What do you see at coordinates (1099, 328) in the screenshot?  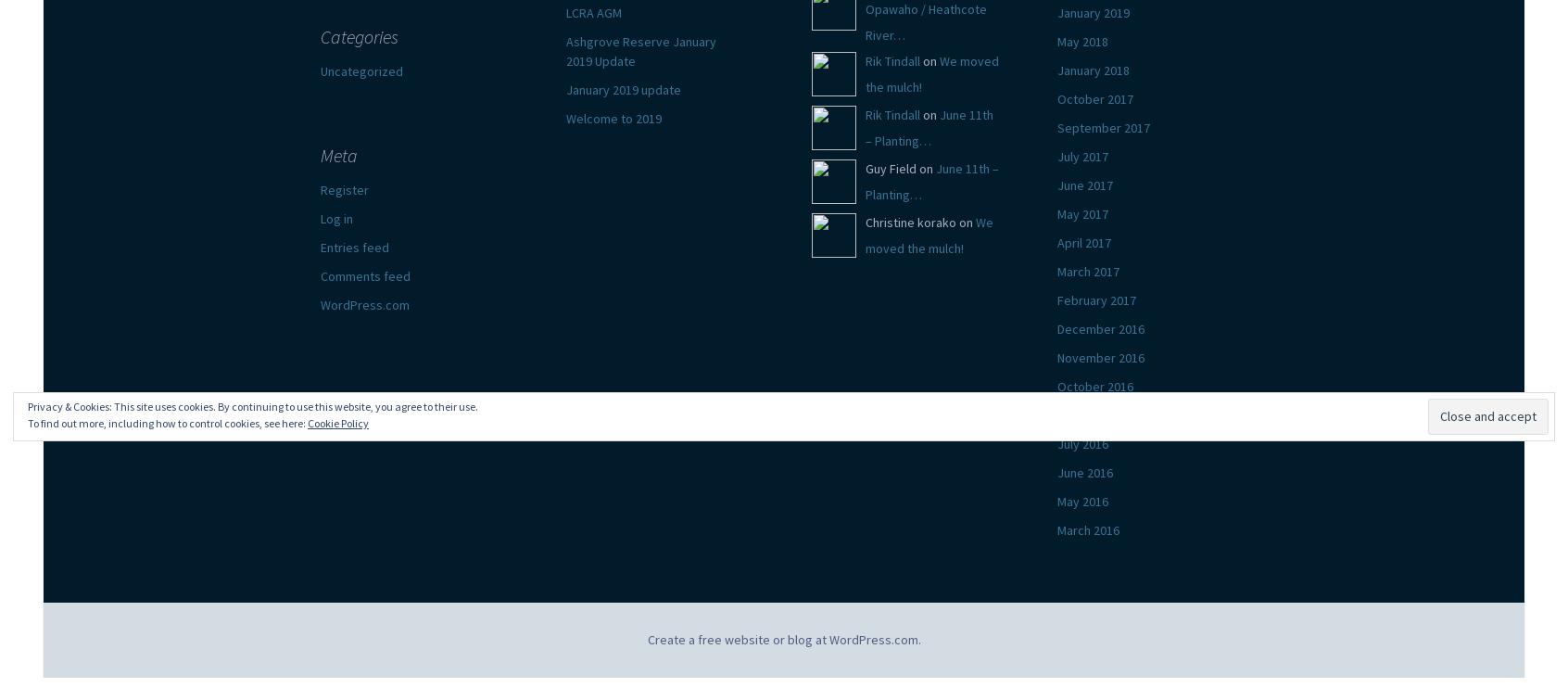 I see `'December 2016'` at bounding box center [1099, 328].